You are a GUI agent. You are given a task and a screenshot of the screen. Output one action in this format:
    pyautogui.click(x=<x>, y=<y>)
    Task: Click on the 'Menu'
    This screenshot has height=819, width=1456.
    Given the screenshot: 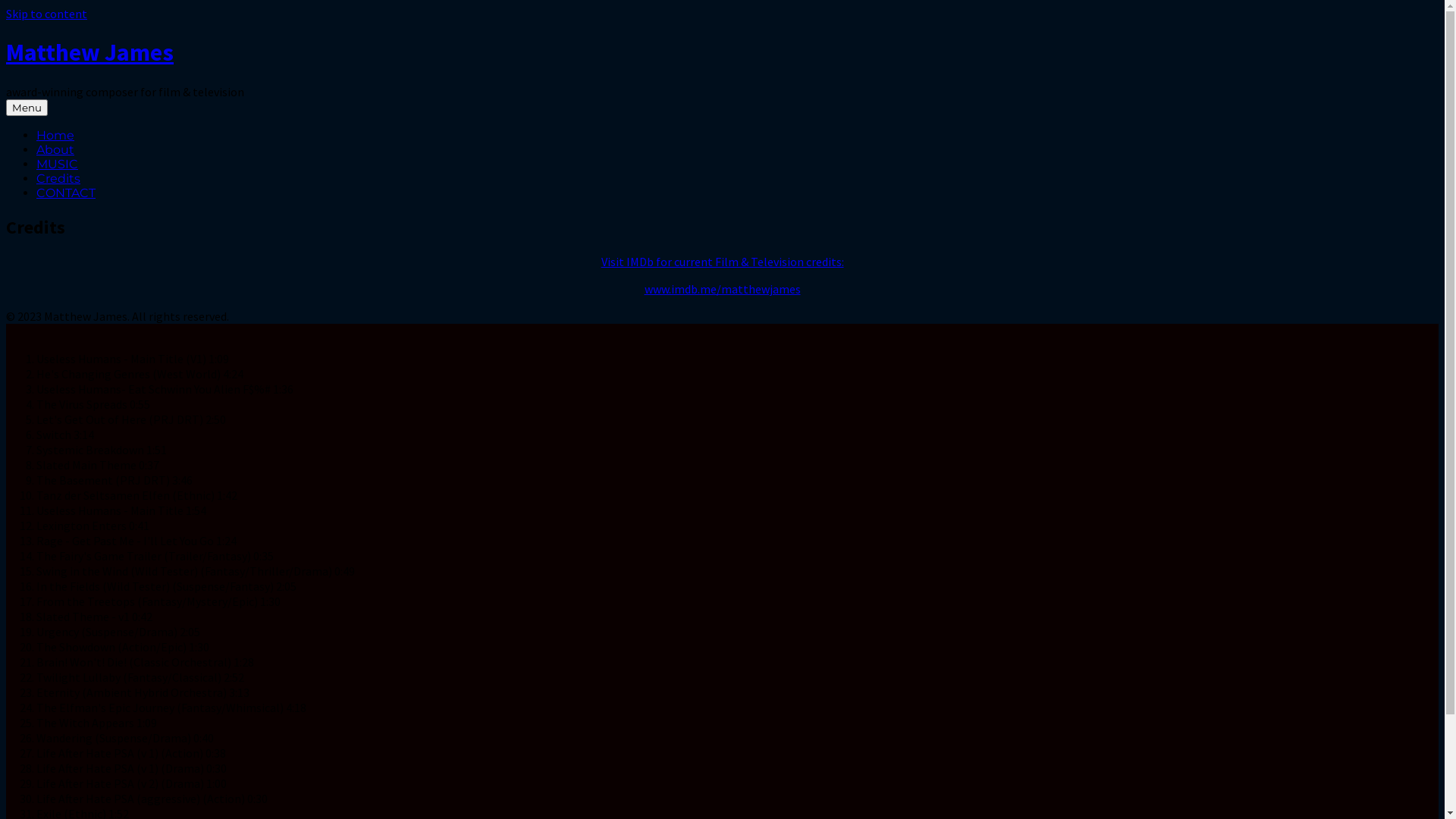 What is the action you would take?
    pyautogui.click(x=6, y=107)
    